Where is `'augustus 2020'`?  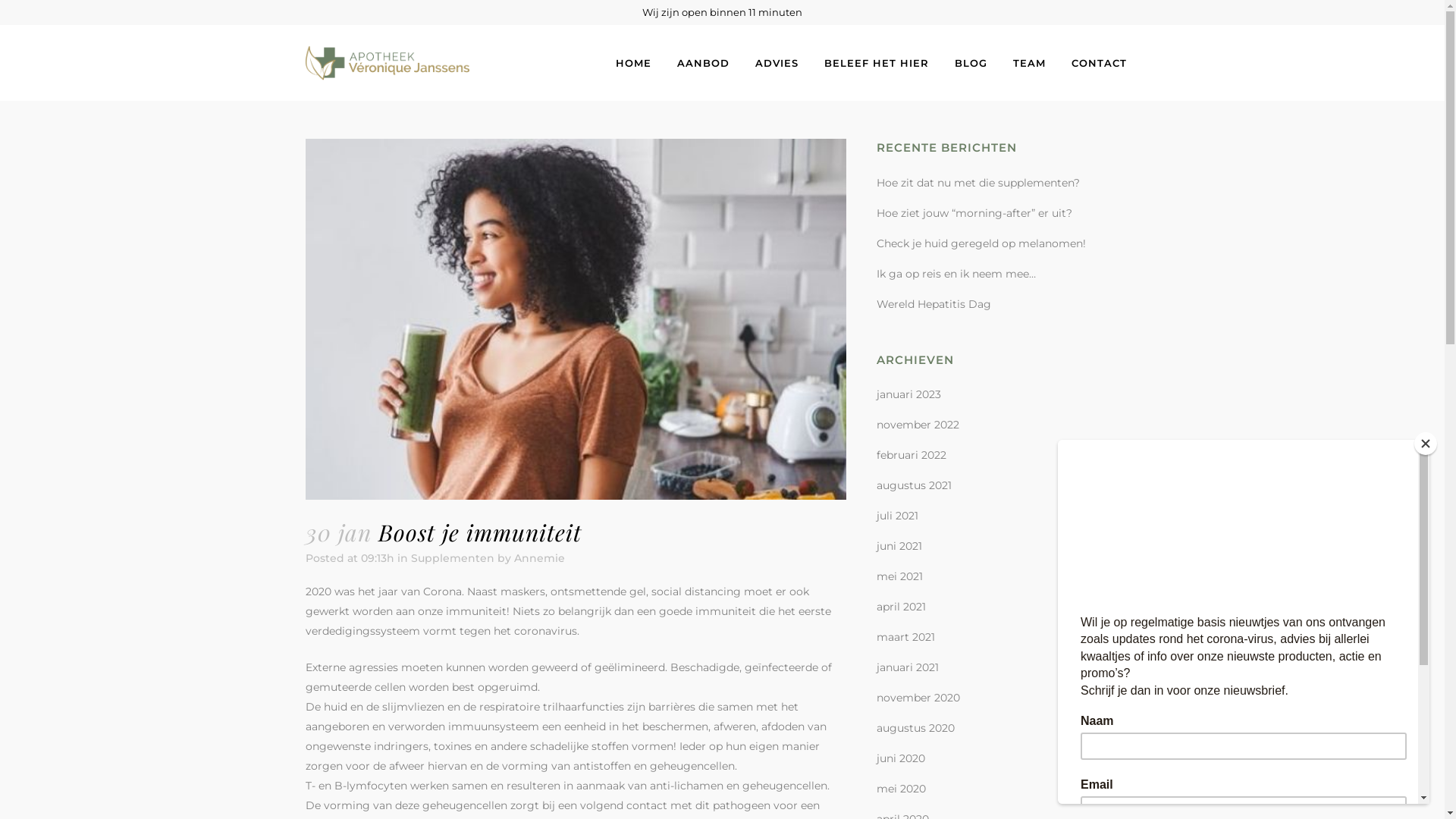 'augustus 2020' is located at coordinates (877, 727).